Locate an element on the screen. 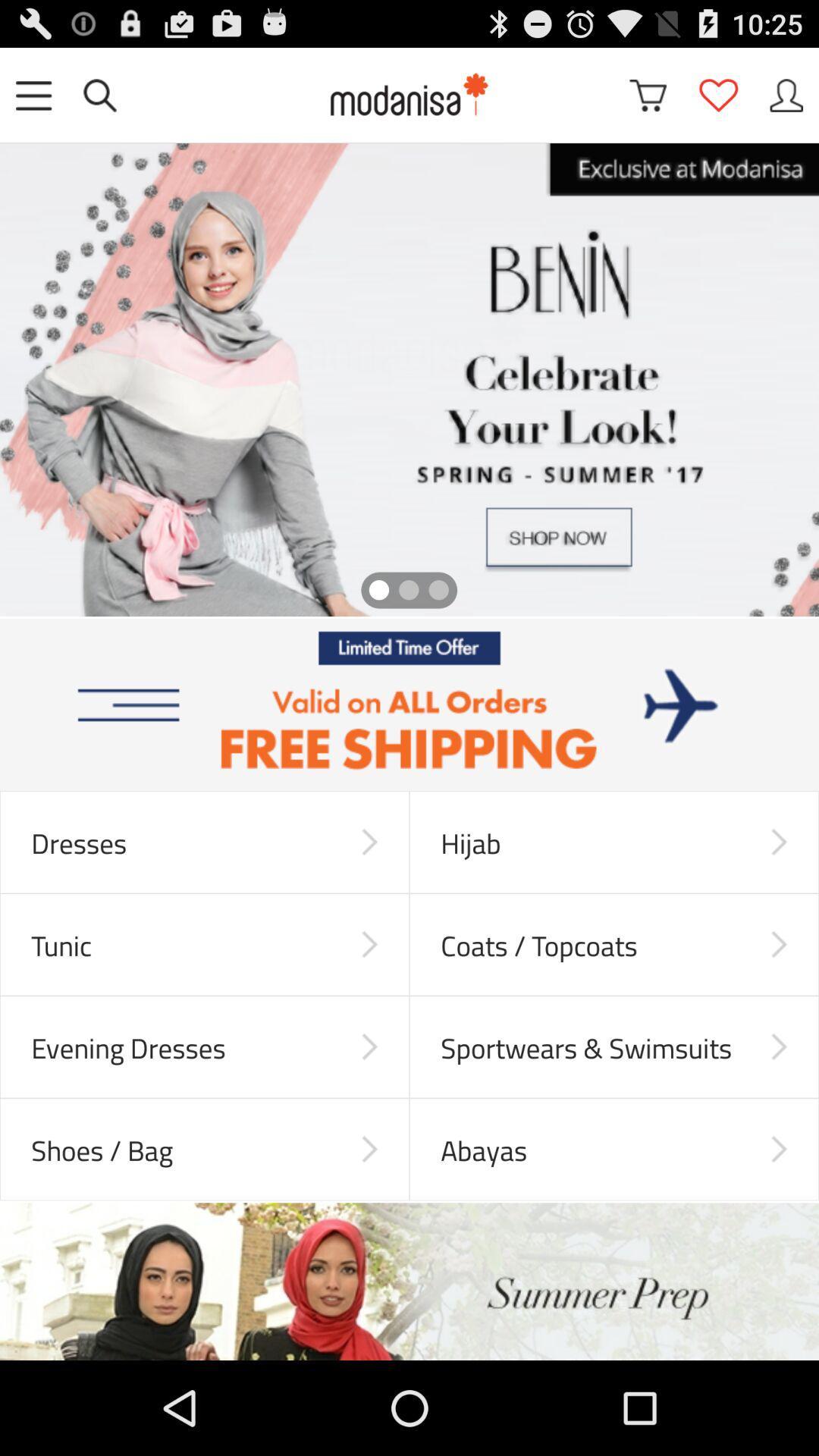 The image size is (819, 1456). open search bar is located at coordinates (99, 94).